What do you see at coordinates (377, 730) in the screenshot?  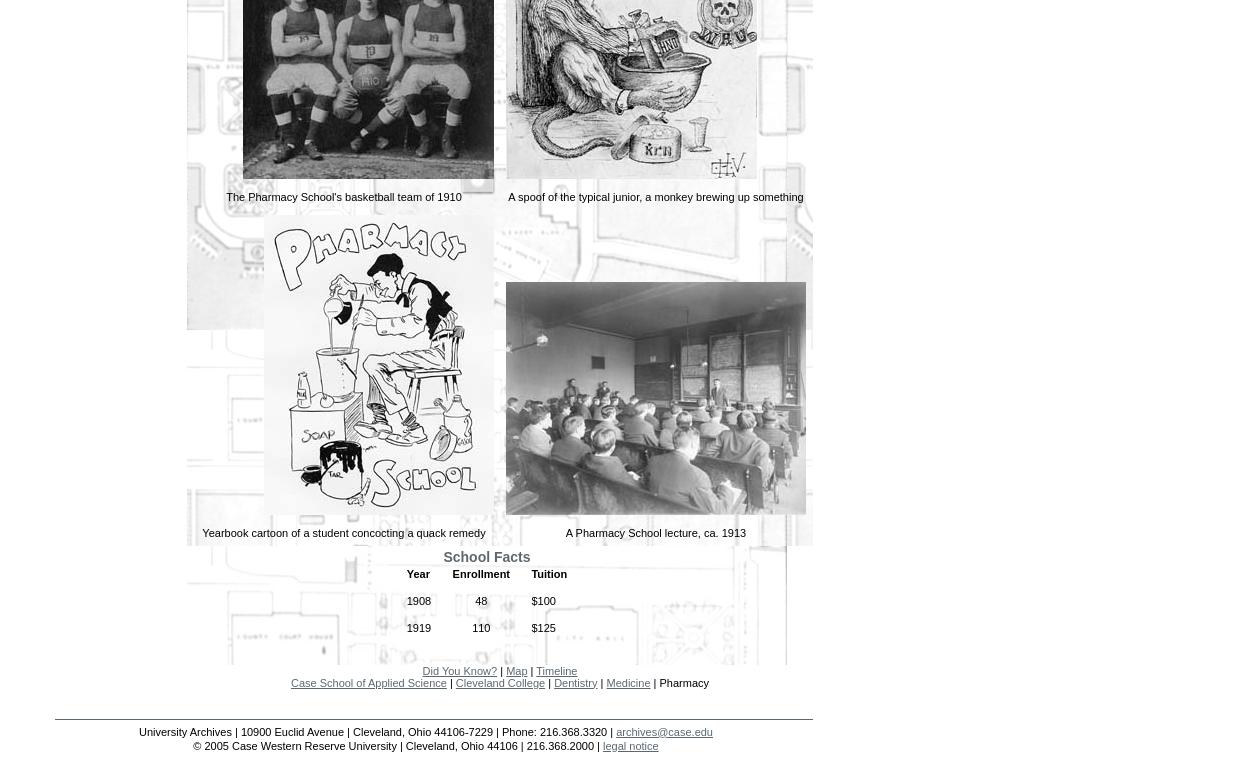 I see `'University Archives | 10900 Euclid Avenue | Cleveland, Ohio 44106-7229 | Phone: 216.368.3320 |'` at bounding box center [377, 730].